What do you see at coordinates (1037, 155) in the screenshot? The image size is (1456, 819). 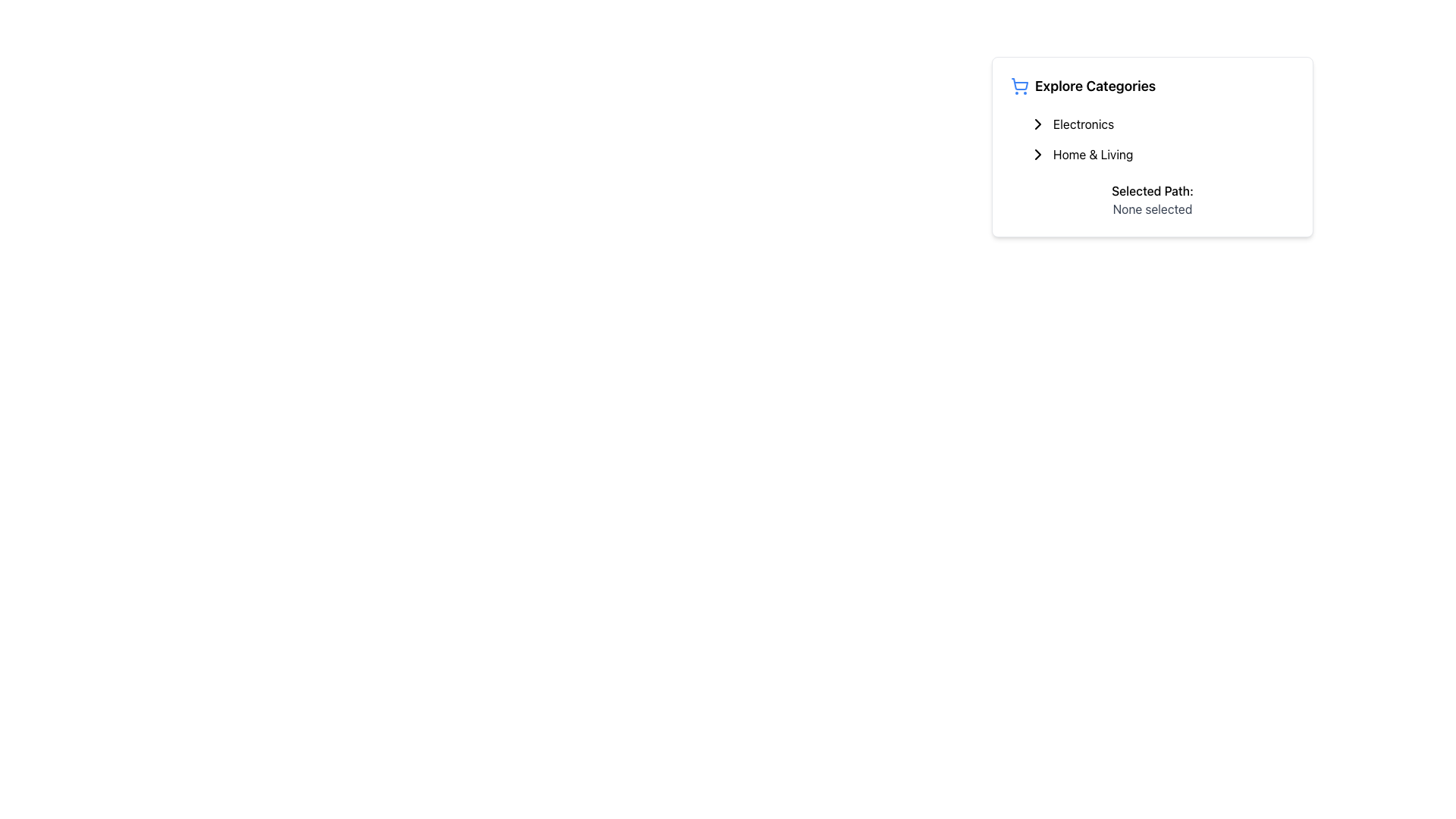 I see `the rightward-pointing chevron icon located to the left of the 'Home & Living' text` at bounding box center [1037, 155].